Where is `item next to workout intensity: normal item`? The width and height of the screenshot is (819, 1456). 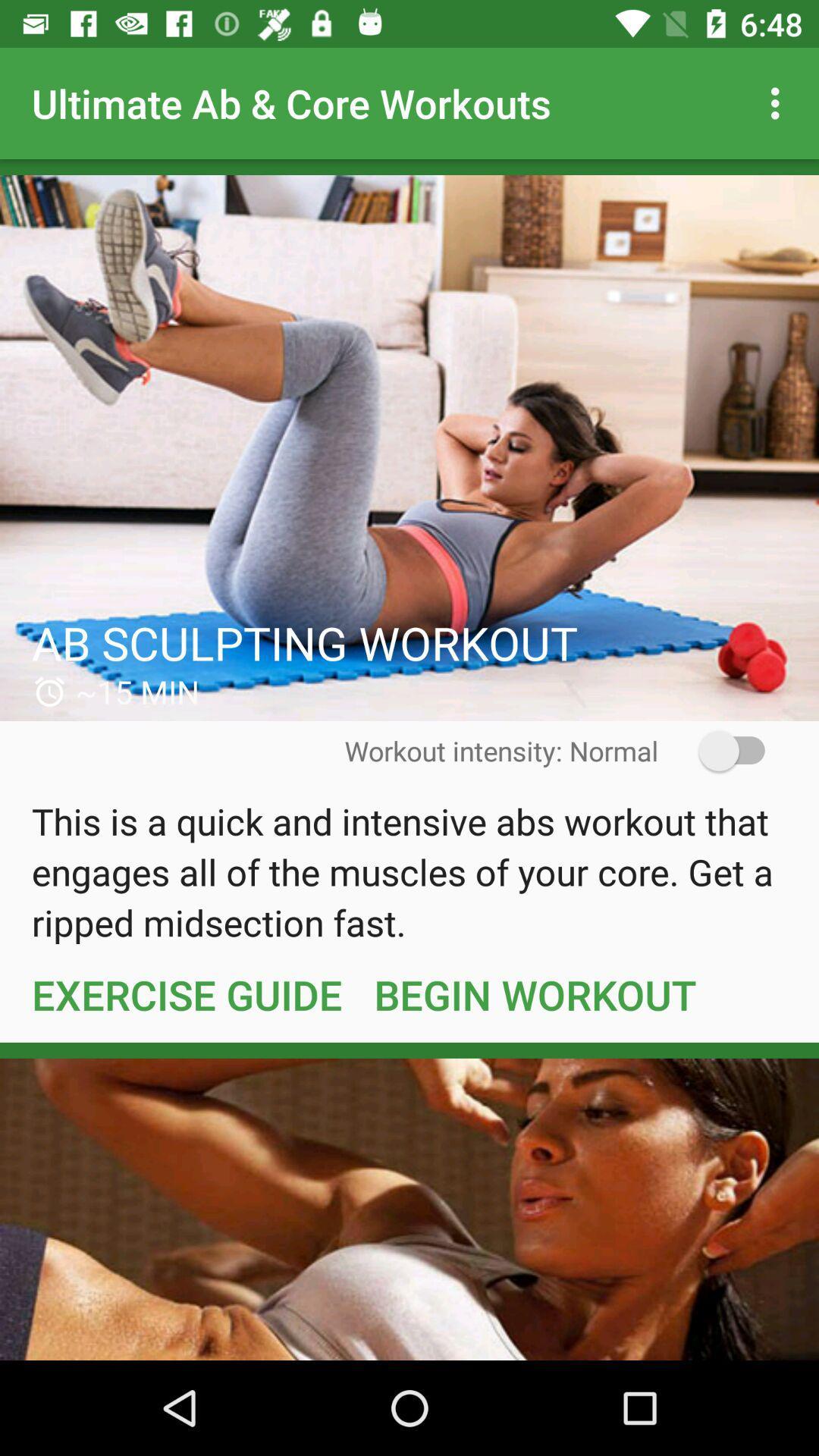 item next to workout intensity: normal item is located at coordinates (721, 751).